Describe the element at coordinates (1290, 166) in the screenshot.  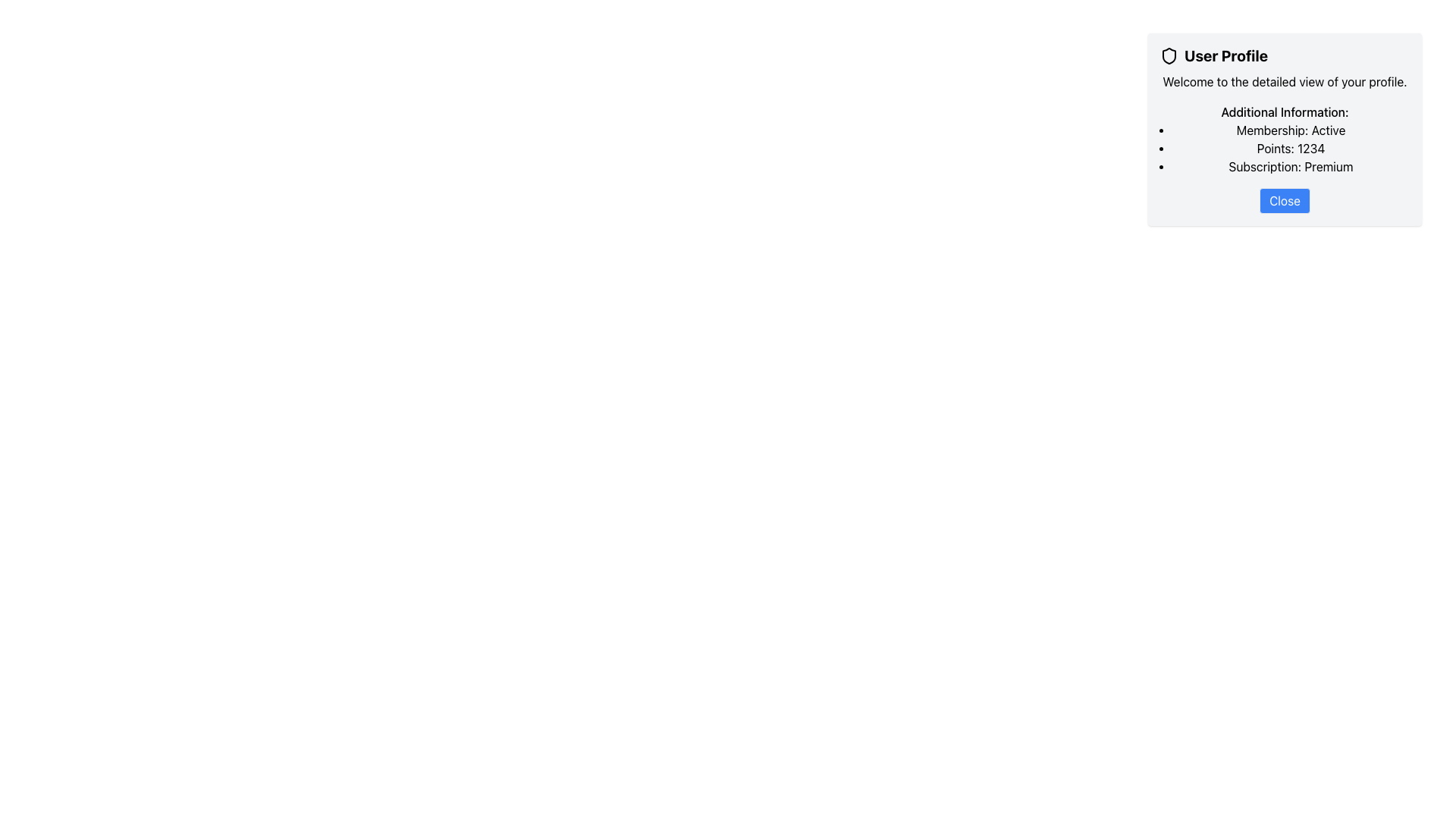
I see `the text label 'Subscription: Premium' which is the third item in the bullet-point list under the 'Additional Information:' heading in the user profile section` at that location.